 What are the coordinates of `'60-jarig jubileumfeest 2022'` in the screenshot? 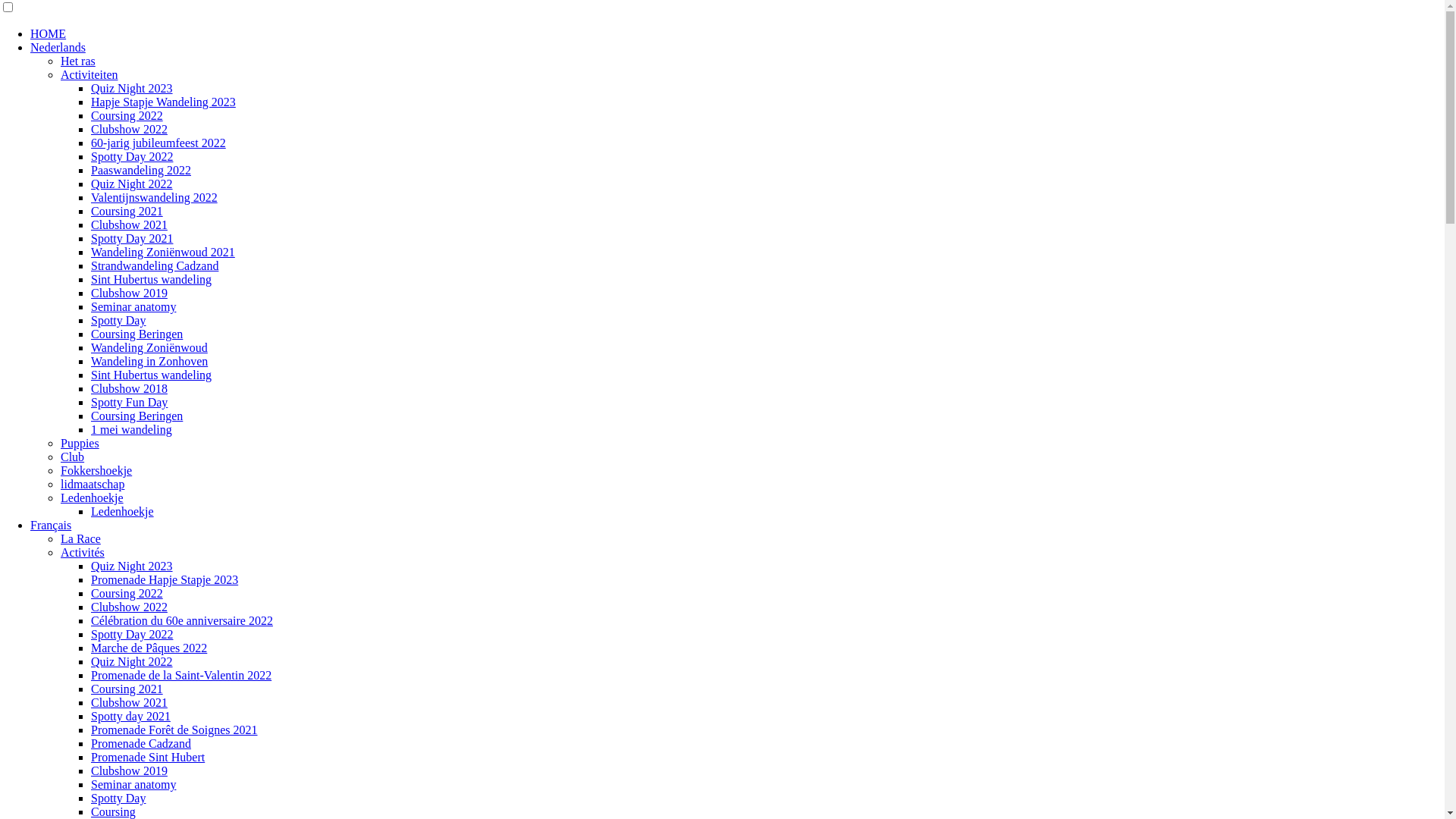 It's located at (158, 143).